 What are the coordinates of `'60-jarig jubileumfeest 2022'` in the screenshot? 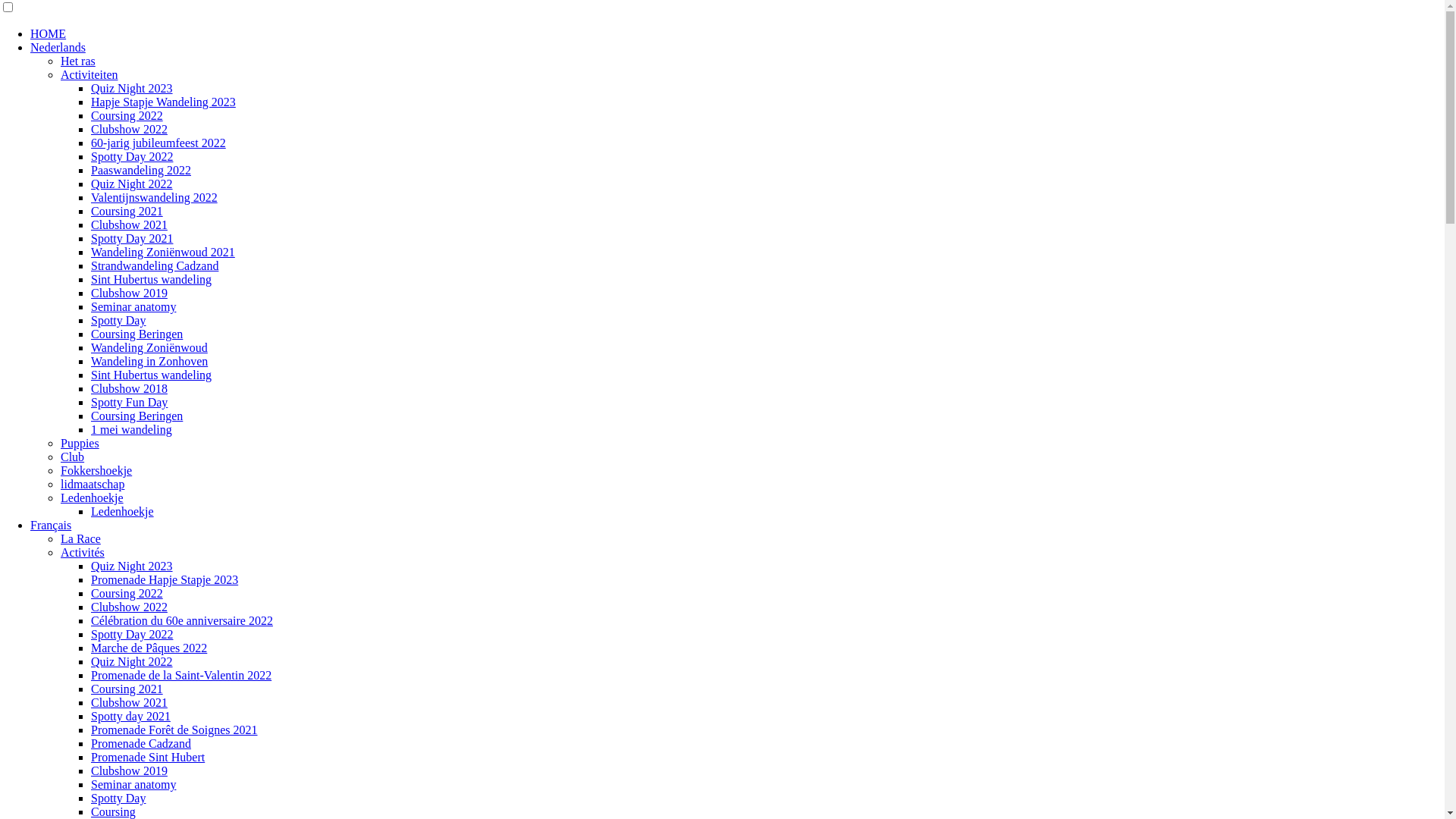 It's located at (158, 143).